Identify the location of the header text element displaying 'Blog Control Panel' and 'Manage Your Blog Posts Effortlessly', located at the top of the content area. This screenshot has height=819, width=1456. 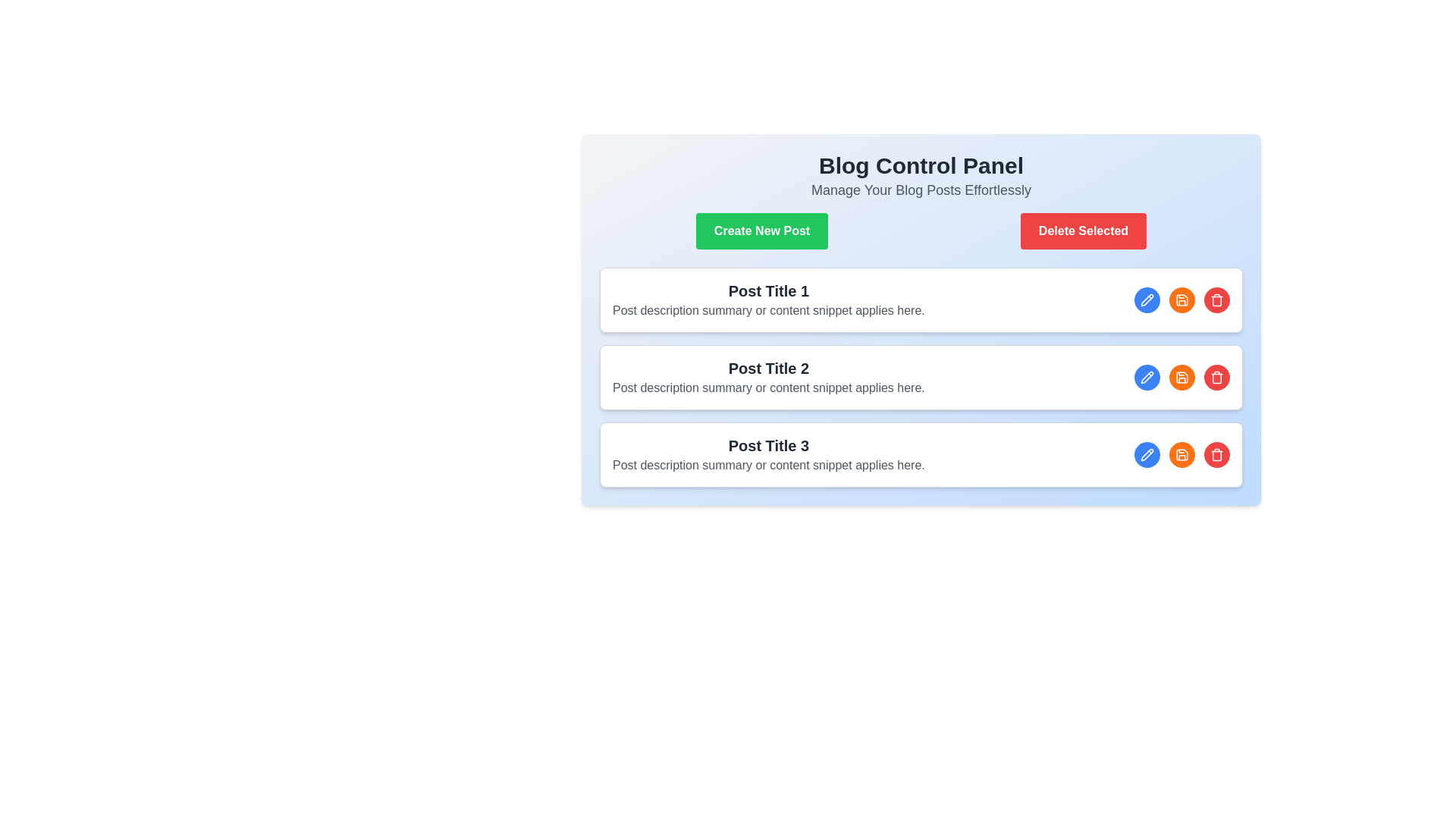
(920, 175).